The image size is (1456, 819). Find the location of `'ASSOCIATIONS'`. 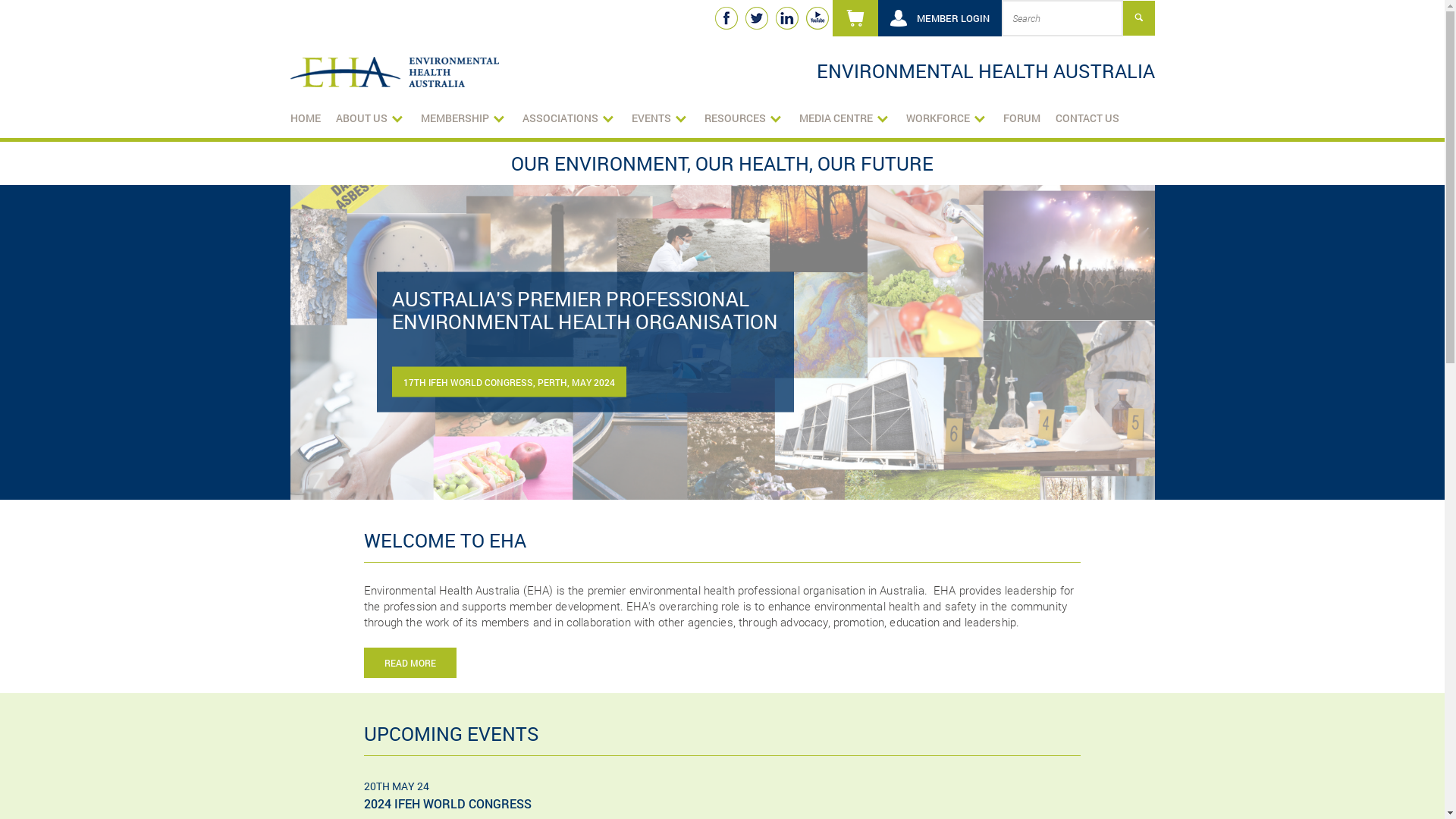

'ASSOCIATIONS' is located at coordinates (521, 117).